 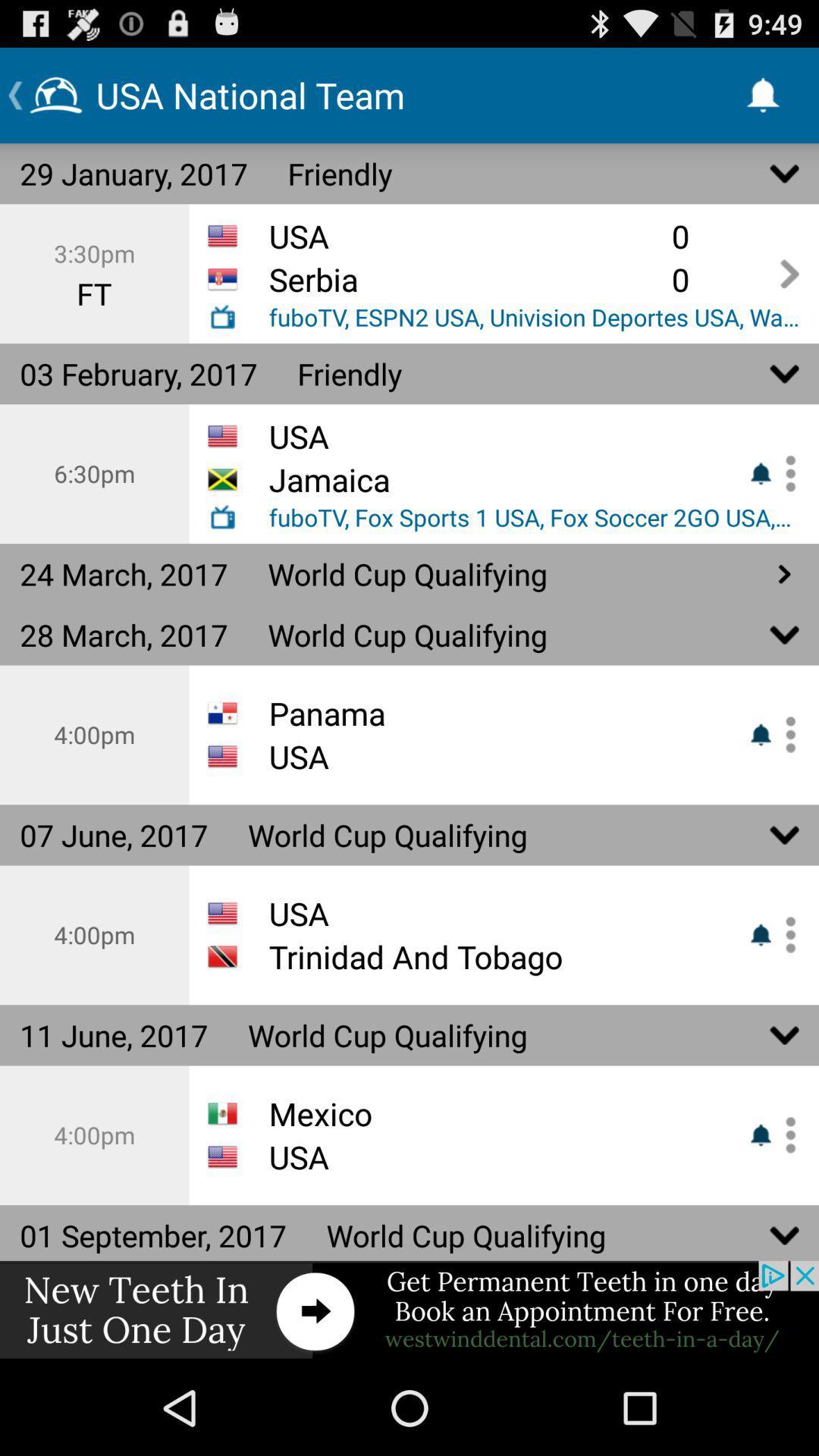 I want to click on enable or disable notifications, so click(x=785, y=934).